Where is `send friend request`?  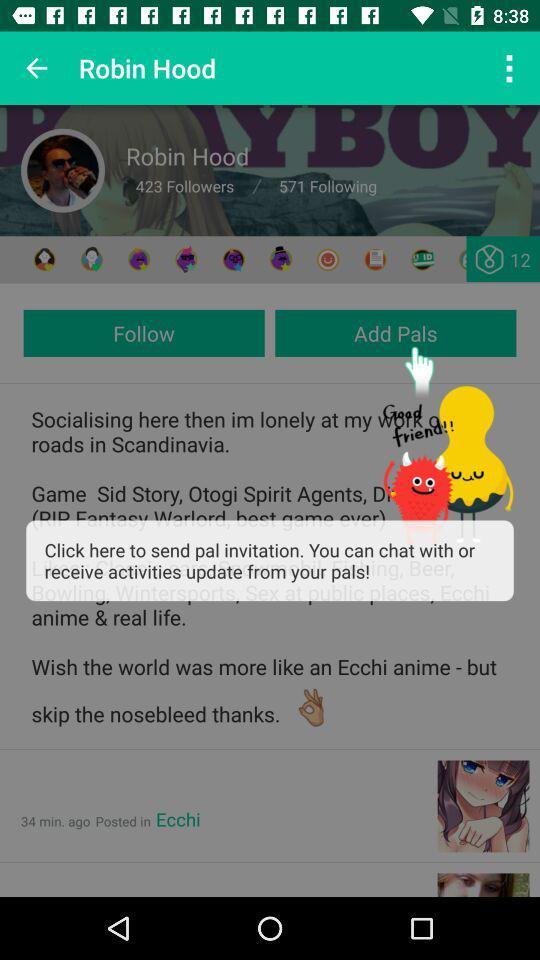 send friend request is located at coordinates (469, 258).